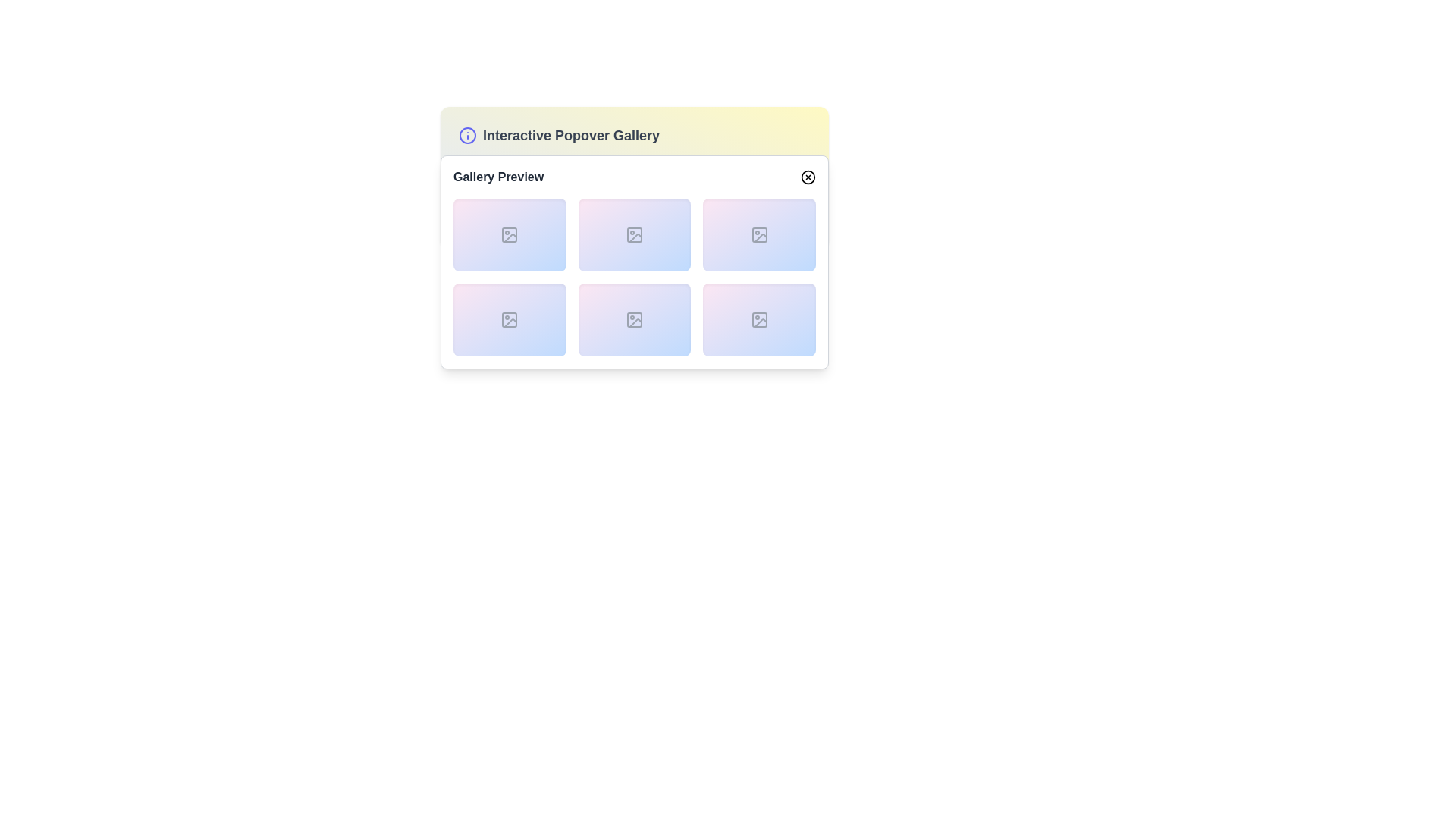 This screenshot has width=1456, height=819. What do you see at coordinates (467, 134) in the screenshot?
I see `the non-interactive ellipse or circle element, part of the SVG icon, located to the left of the 'Interactive Popover Gallery' title` at bounding box center [467, 134].